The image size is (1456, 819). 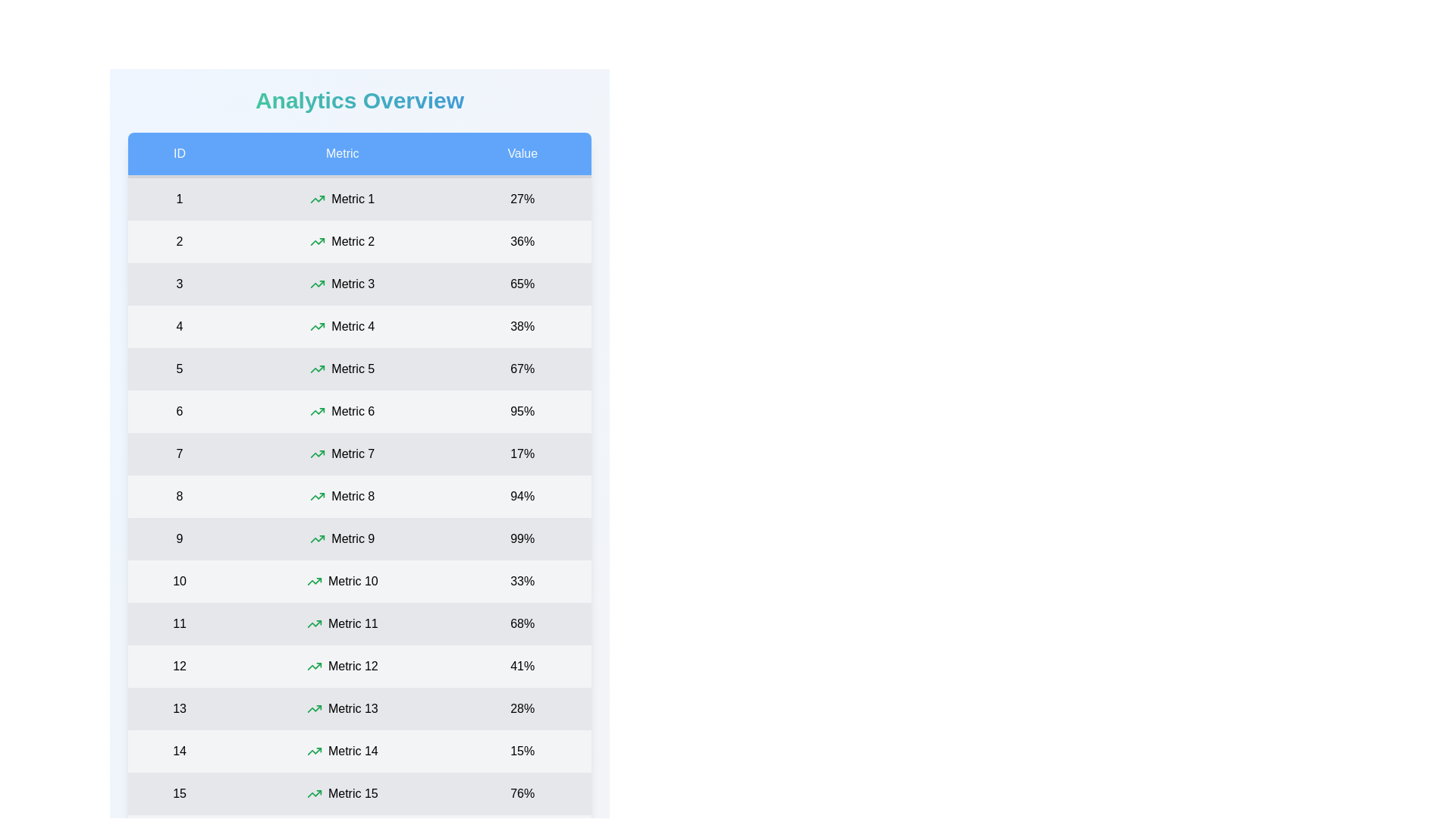 What do you see at coordinates (180, 155) in the screenshot?
I see `the column header 'ID' to sort the table by that column` at bounding box center [180, 155].